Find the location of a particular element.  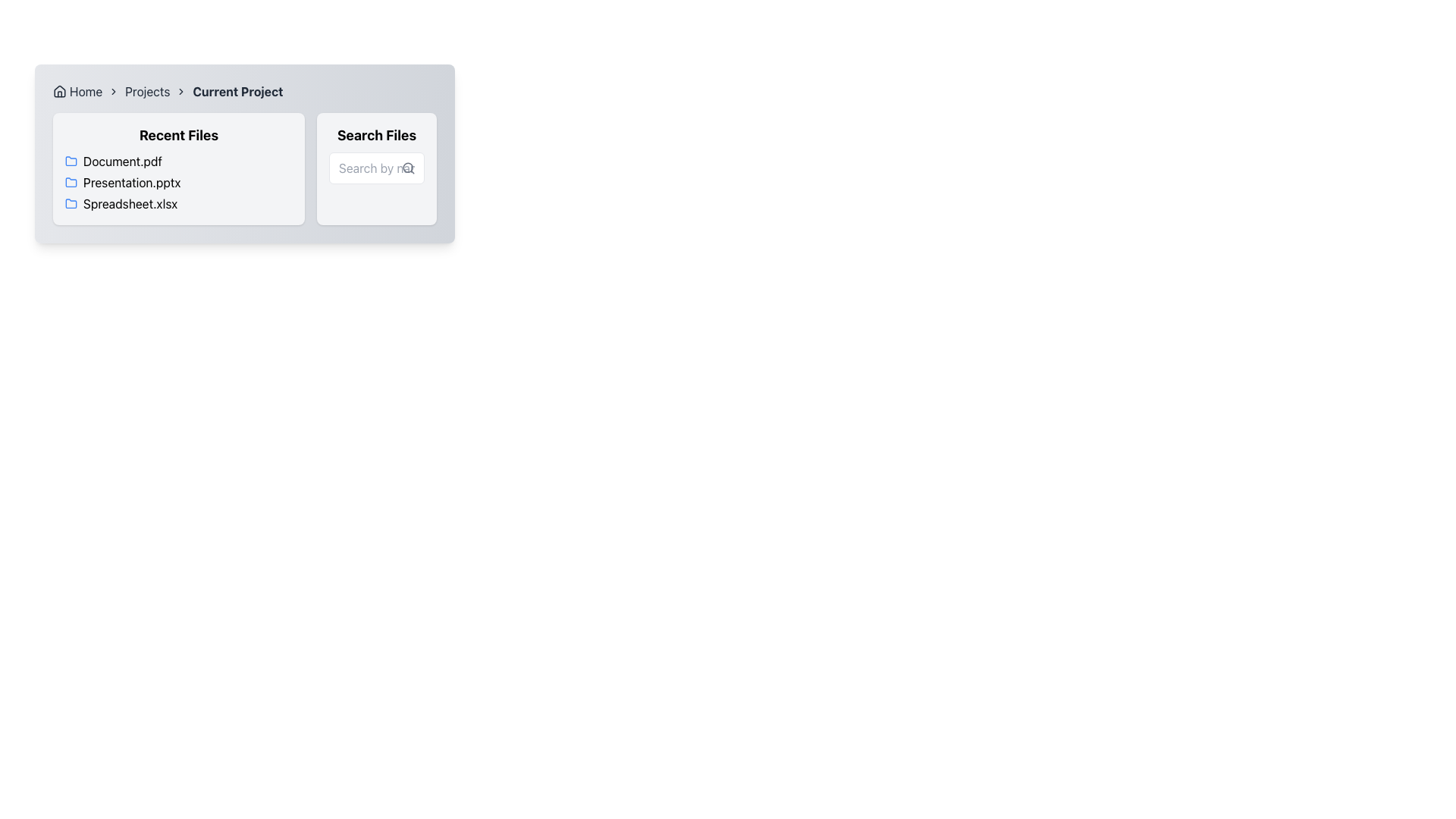

the 'Home' icon in the breadcrumb navigation is located at coordinates (59, 91).